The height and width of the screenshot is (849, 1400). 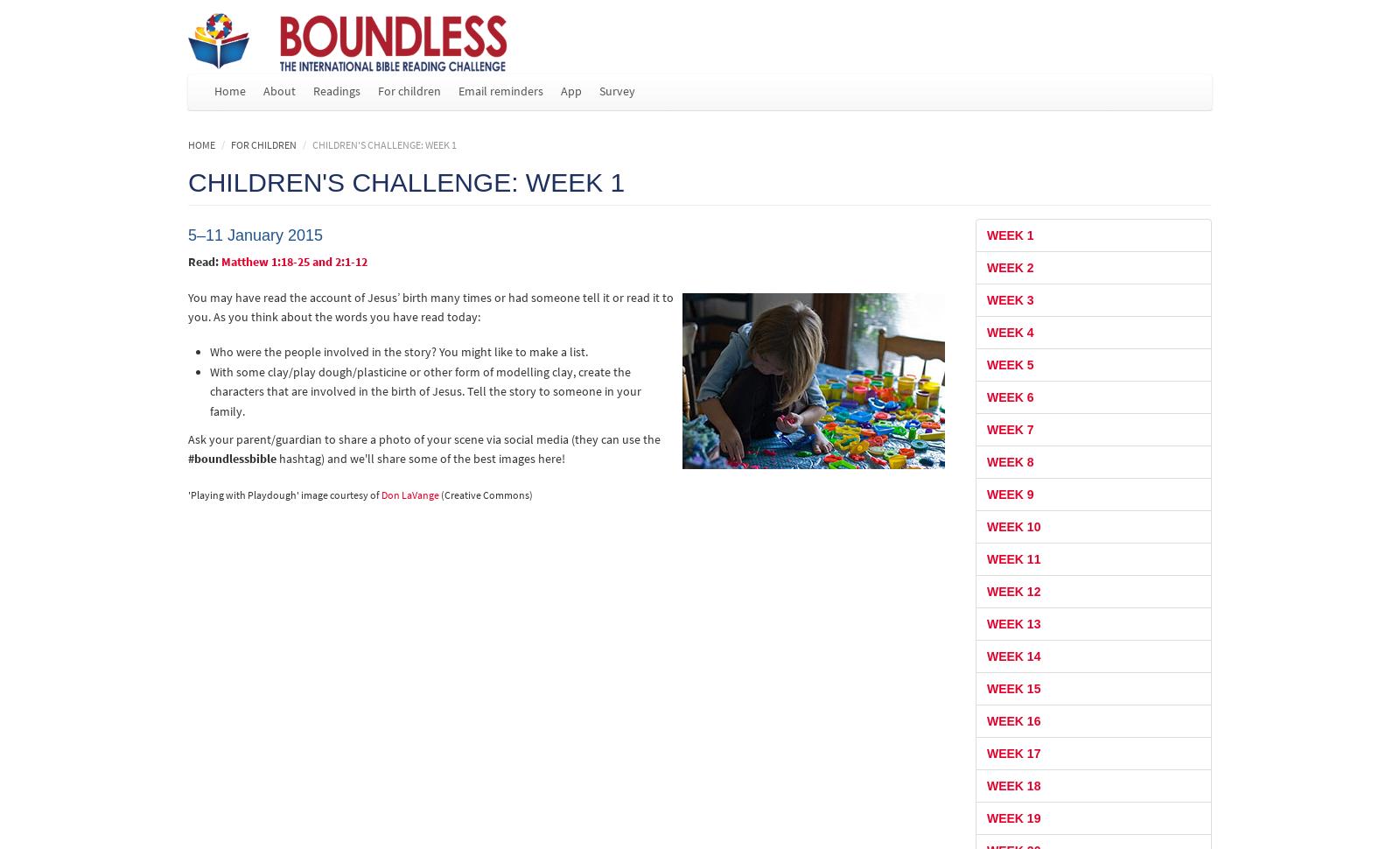 I want to click on 'Week 4', so click(x=1009, y=330).